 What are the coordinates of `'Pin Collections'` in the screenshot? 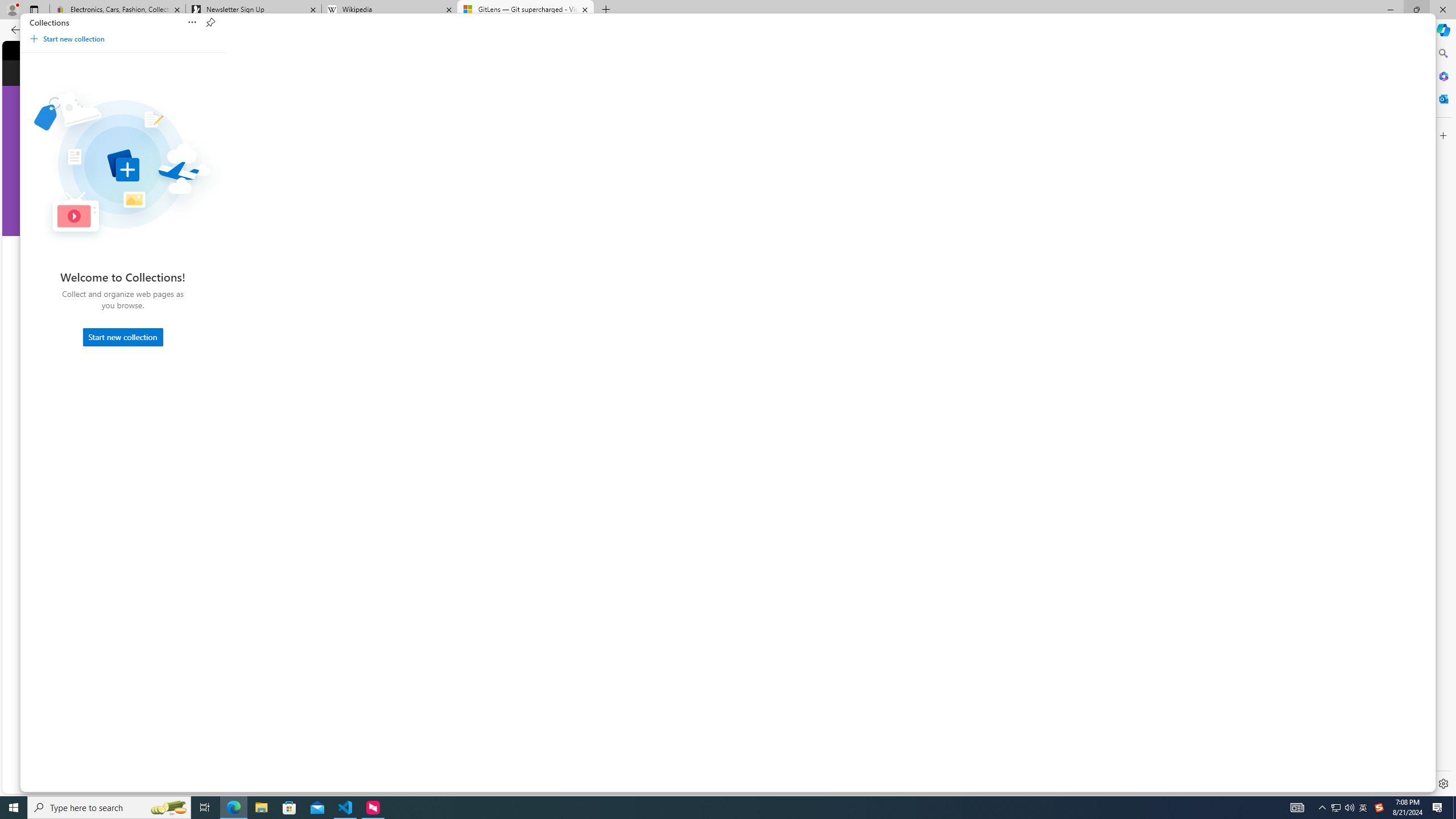 It's located at (209, 22).